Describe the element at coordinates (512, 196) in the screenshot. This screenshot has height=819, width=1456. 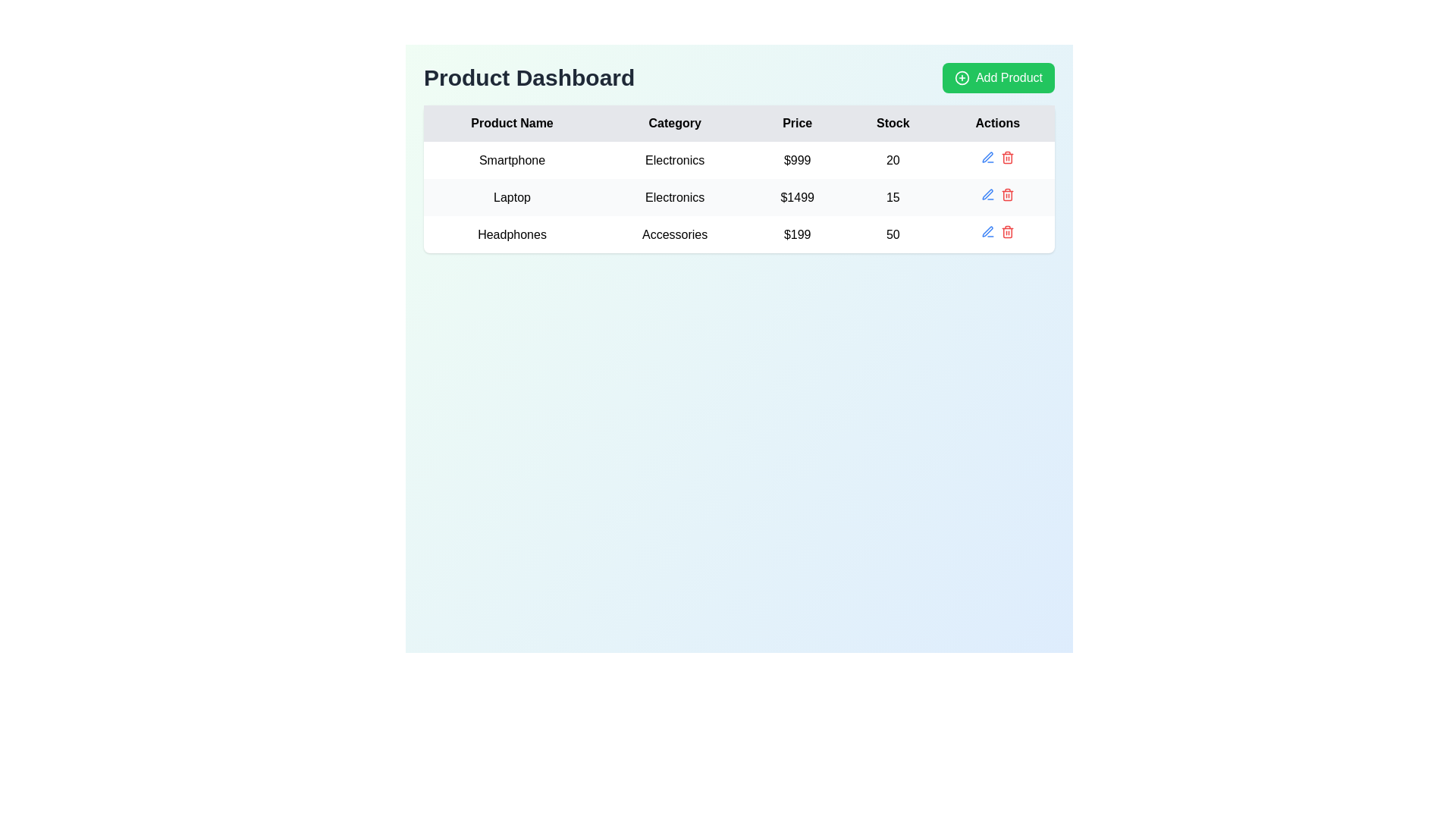
I see `the 'Laptop' text label in the second row of the table under the 'Product Name' header, which is styled in a sans-serif font and positioned between 'Smartphone' and 'Headphones'` at that location.